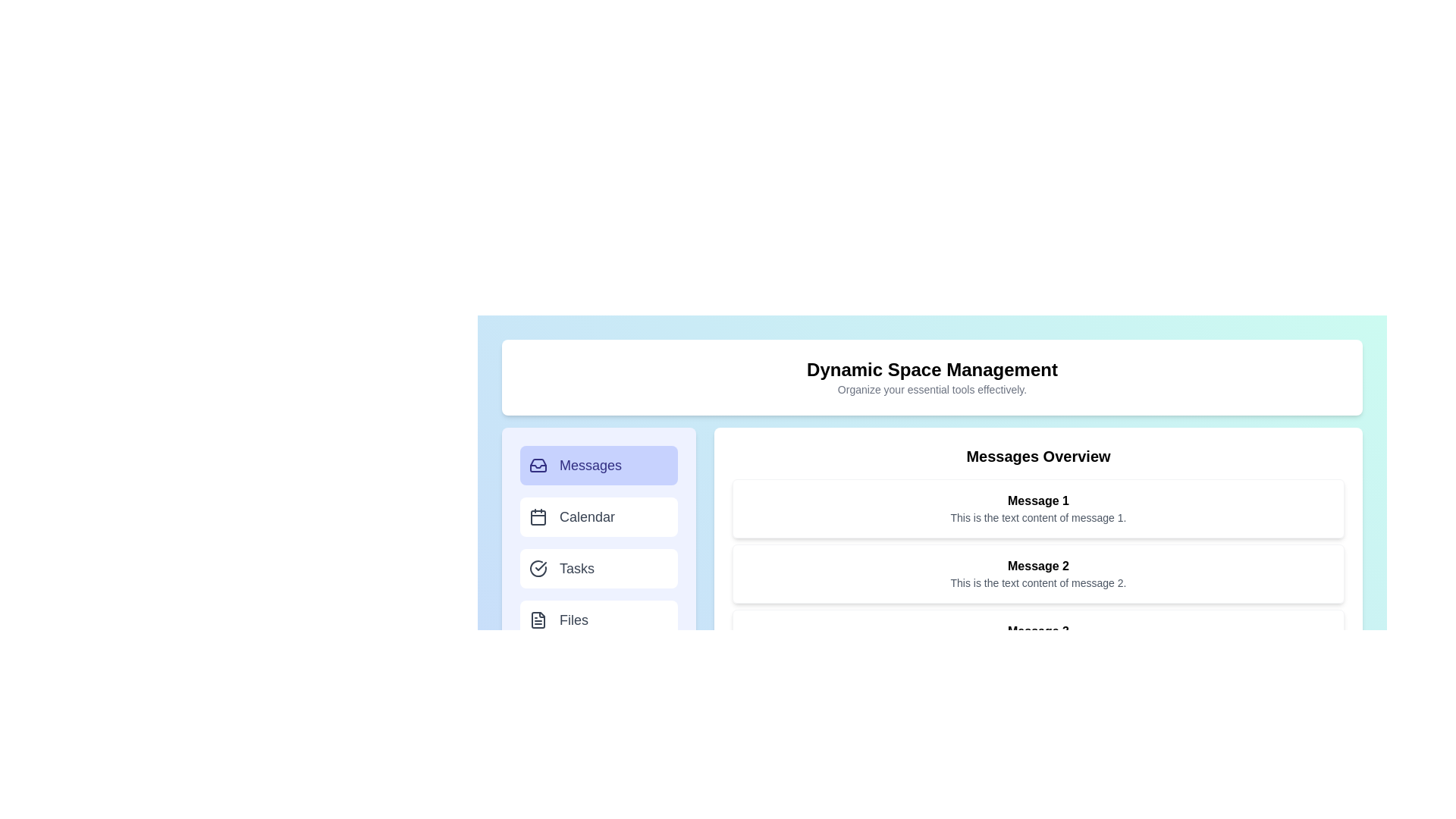  What do you see at coordinates (538, 516) in the screenshot?
I see `the 'Calendar' icon in the sidebar menu` at bounding box center [538, 516].